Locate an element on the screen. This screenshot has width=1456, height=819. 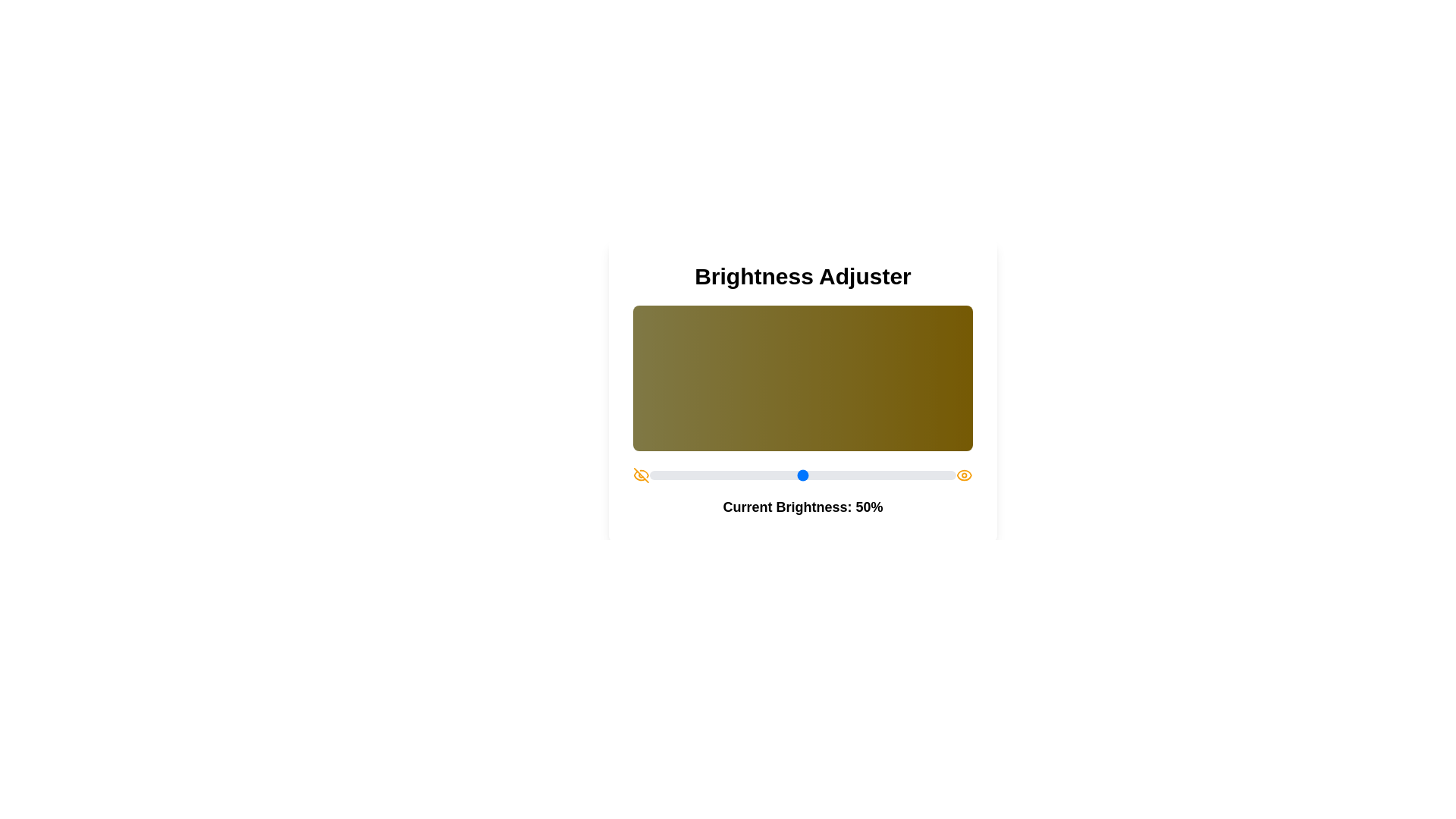
the brightness slider to 62% is located at coordinates (839, 475).